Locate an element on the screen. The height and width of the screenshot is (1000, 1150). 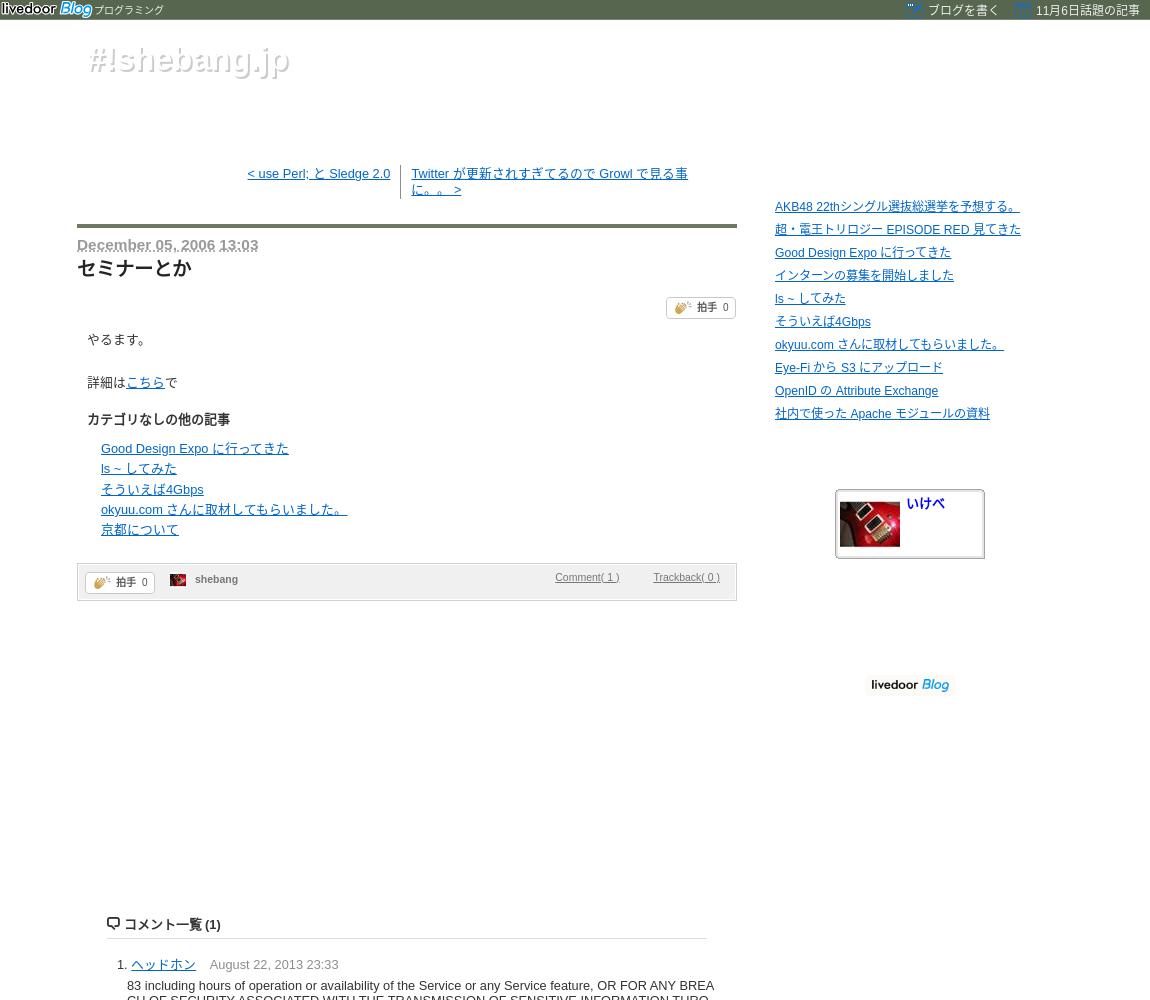
'超・電王トリロジー EPISODE RED 見てきた' is located at coordinates (773, 229).